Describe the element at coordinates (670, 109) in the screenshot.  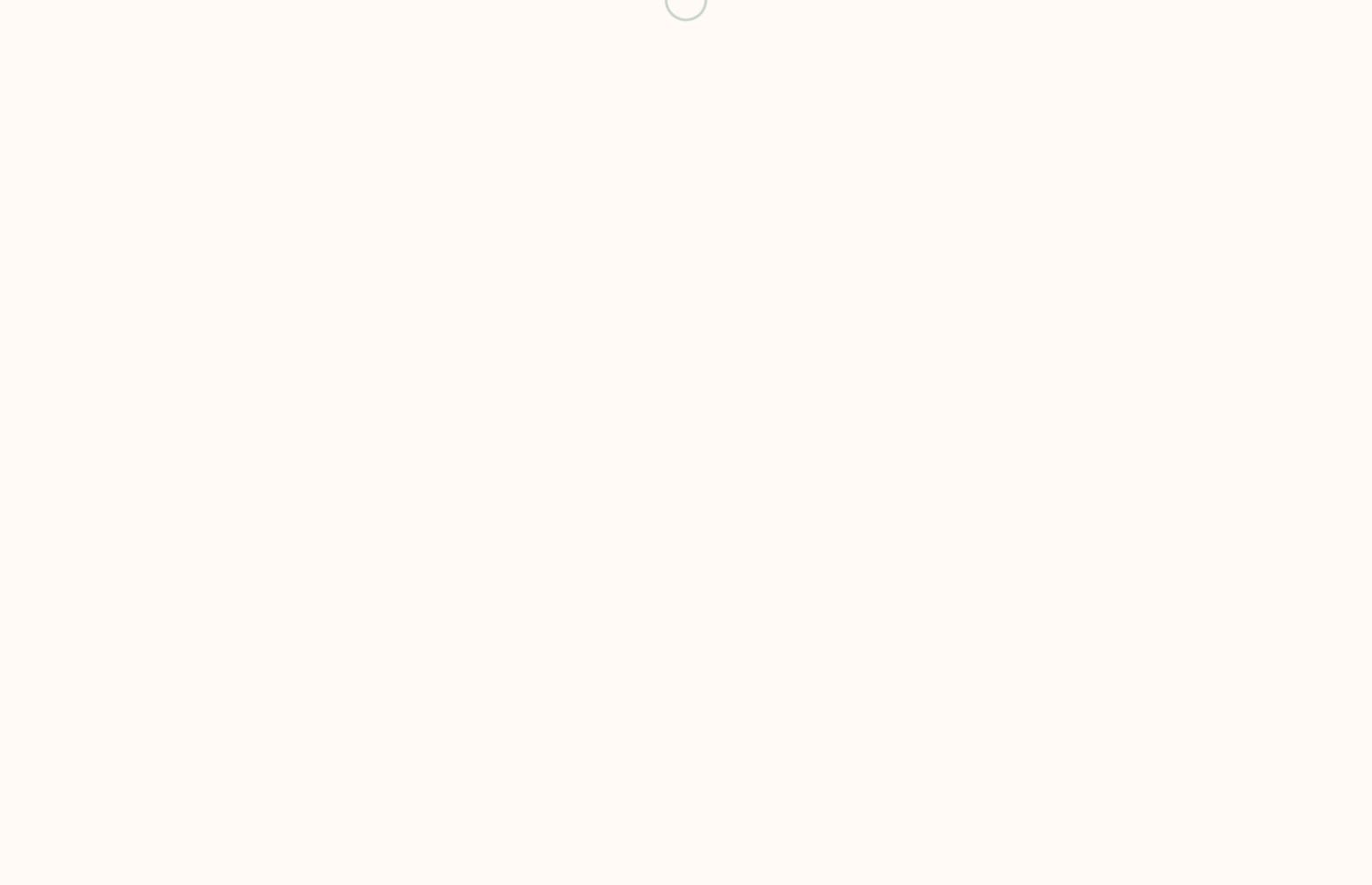
I see `'8am to 8pm'` at that location.